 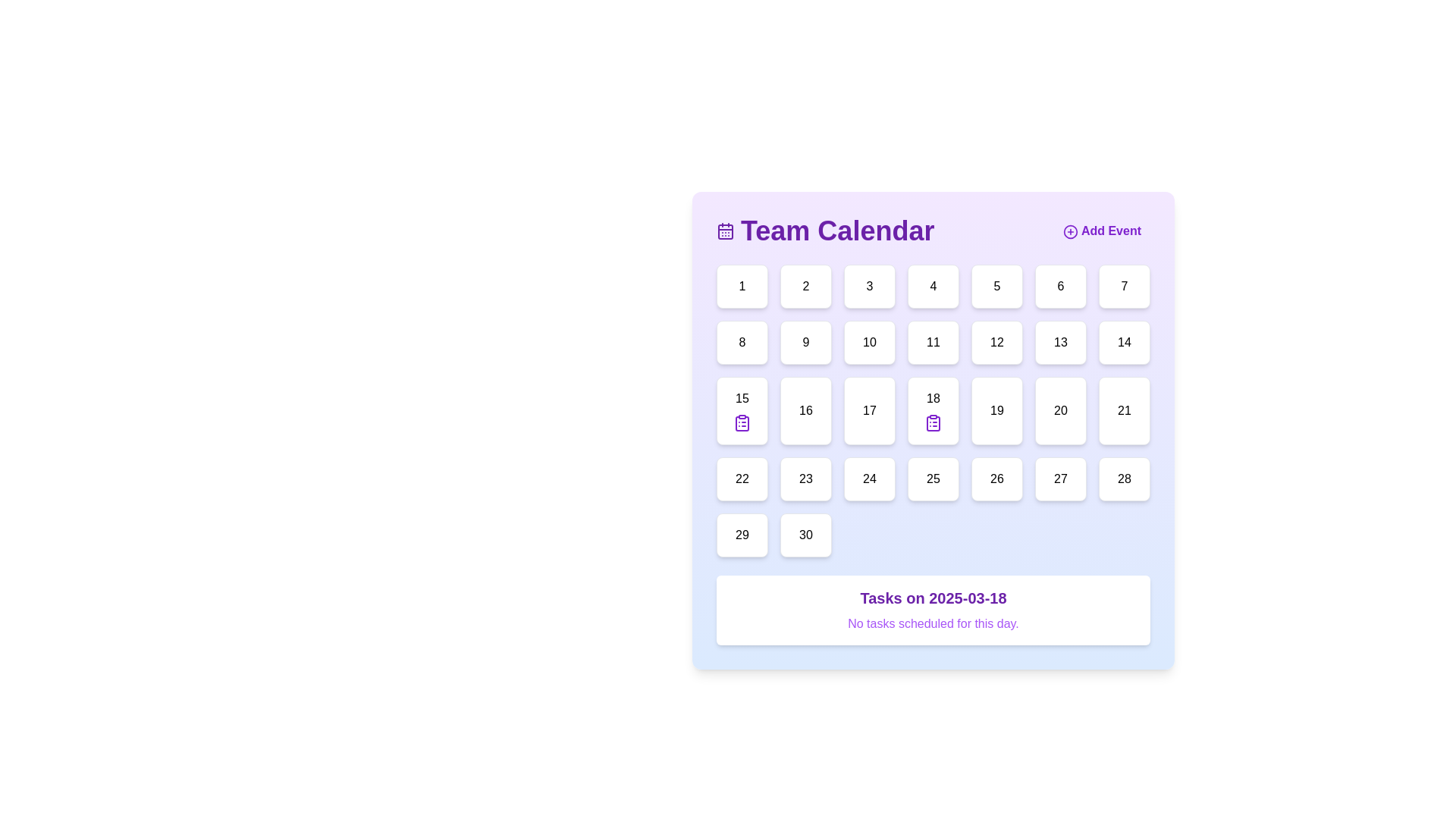 What do you see at coordinates (997, 479) in the screenshot?
I see `the button representing the specific date in the calendar located at the fifth row and fifth column` at bounding box center [997, 479].